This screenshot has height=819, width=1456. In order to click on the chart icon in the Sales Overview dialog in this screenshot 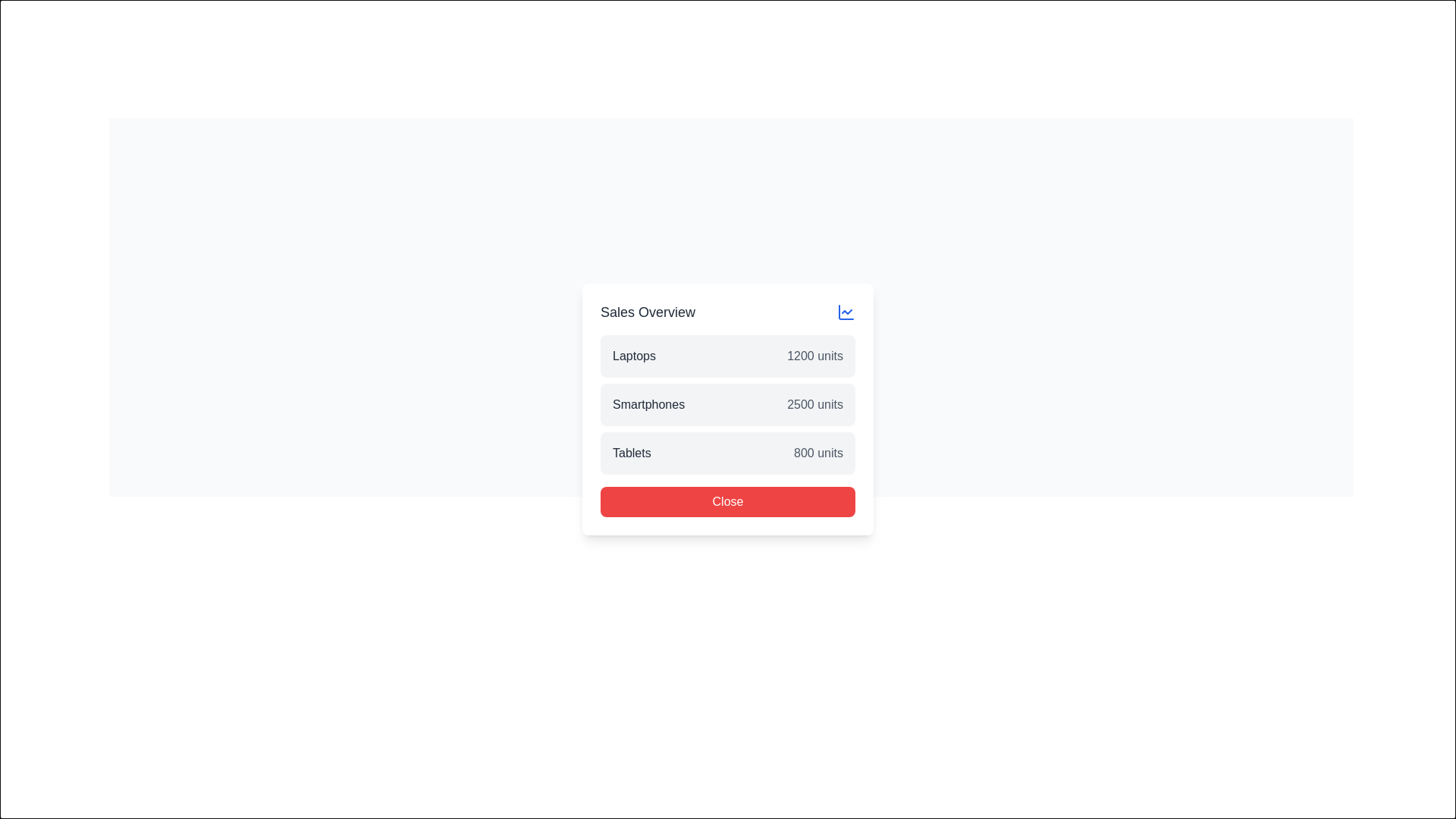, I will do `click(731, 298)`.